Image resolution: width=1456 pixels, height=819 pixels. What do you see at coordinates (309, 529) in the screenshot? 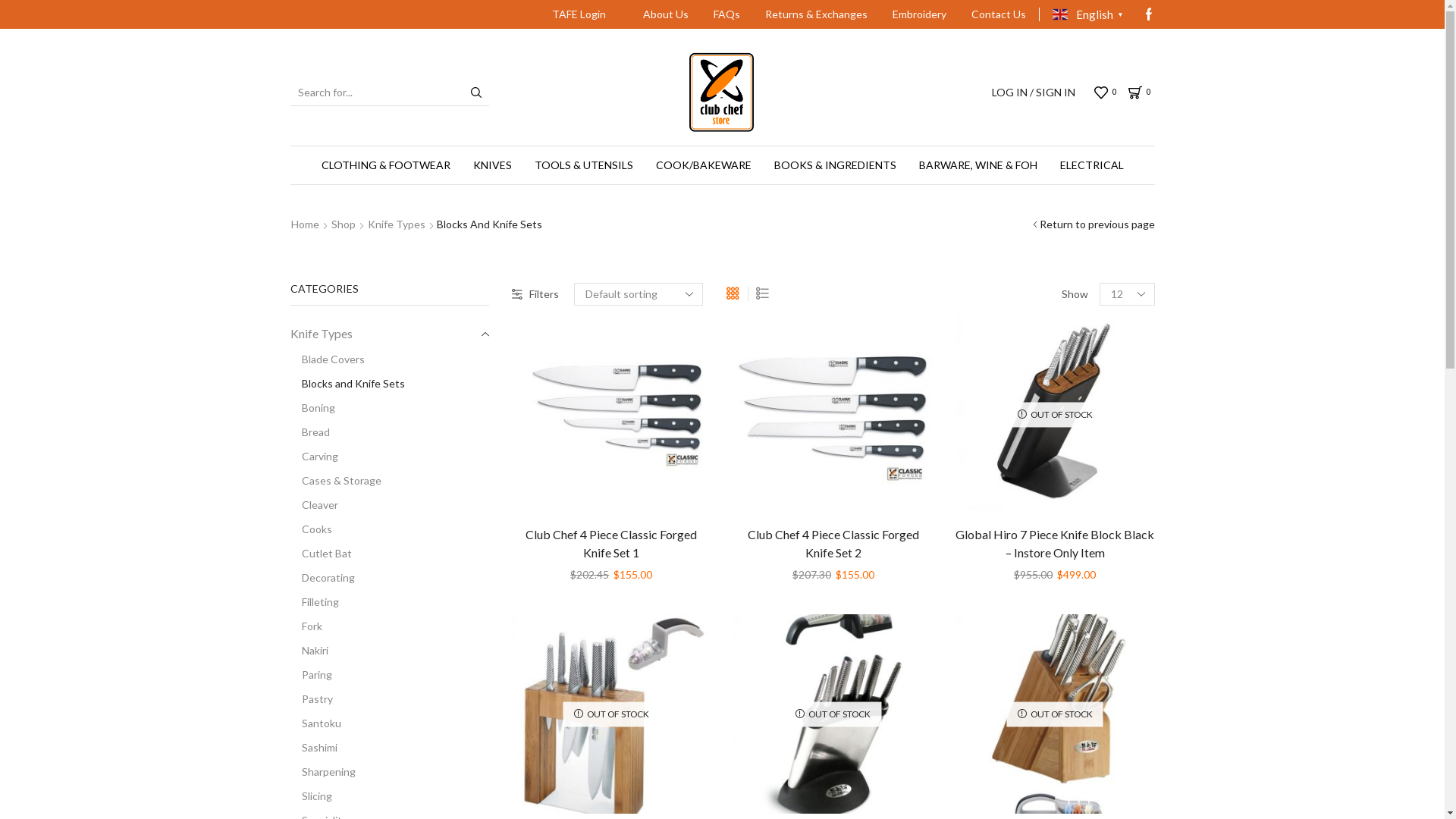
I see `'Cooks'` at bounding box center [309, 529].